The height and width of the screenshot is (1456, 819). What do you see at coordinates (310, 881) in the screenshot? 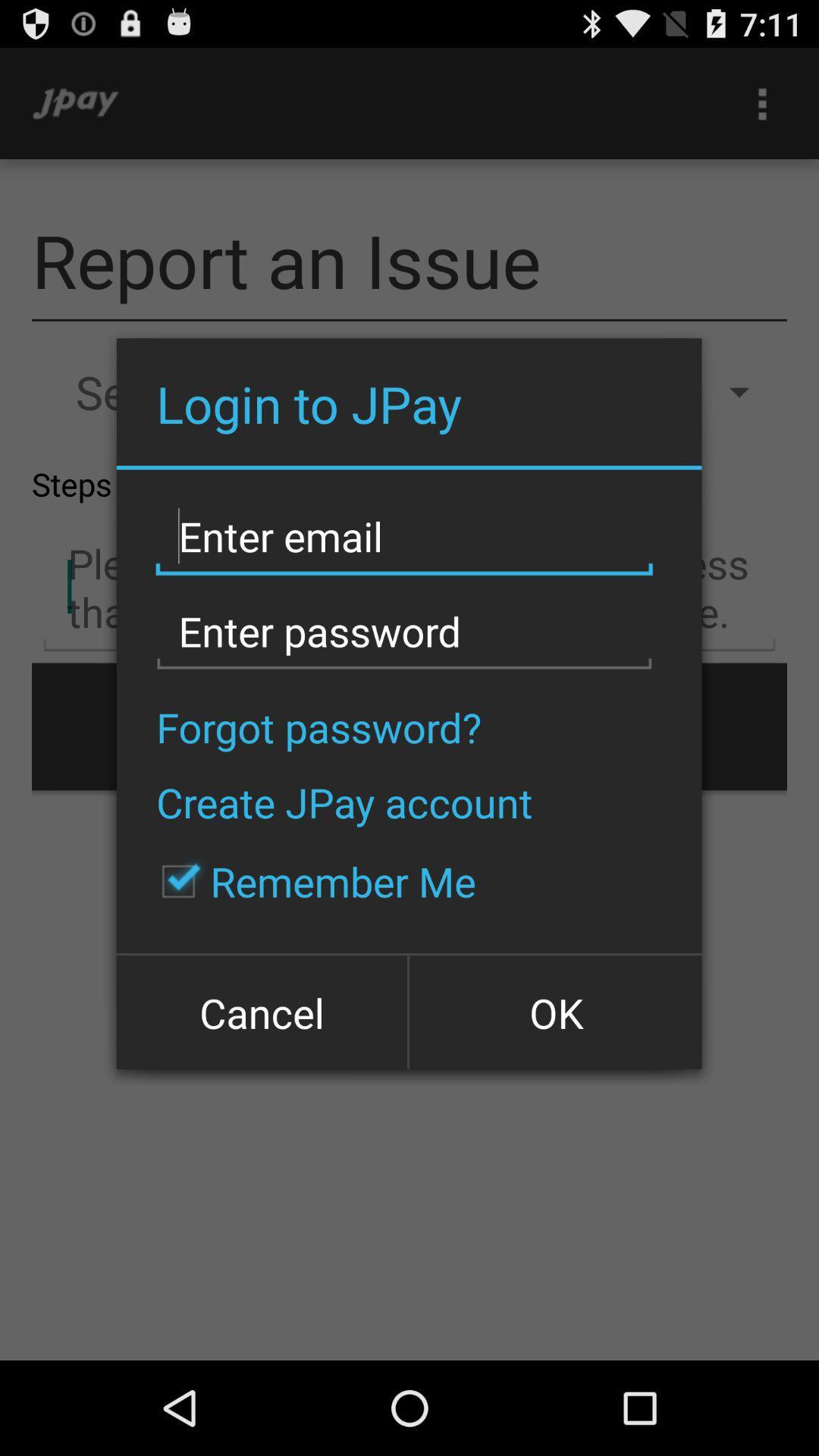
I see `item above cancel item` at bounding box center [310, 881].